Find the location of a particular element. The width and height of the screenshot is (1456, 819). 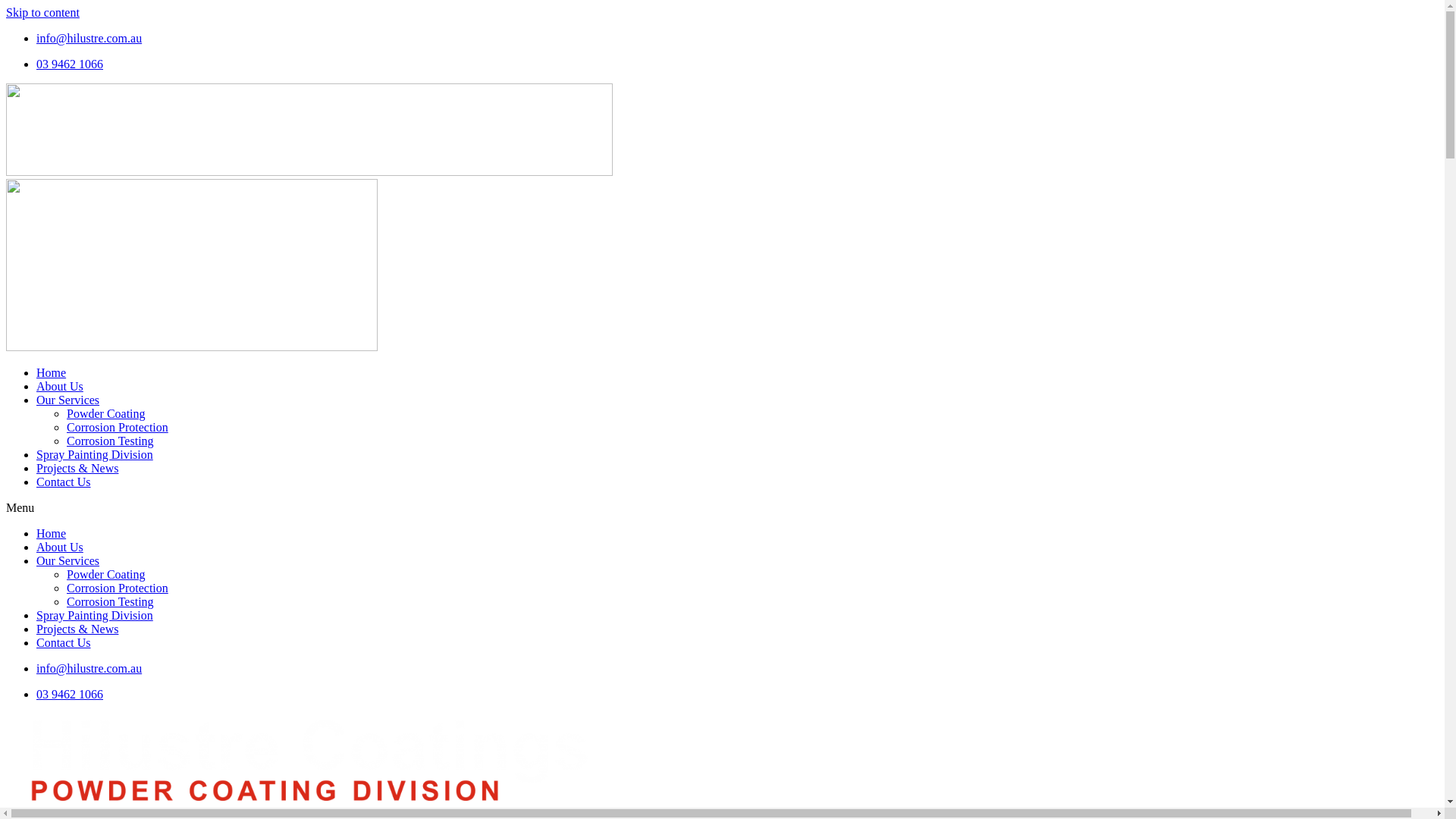

'Powder Coating' is located at coordinates (105, 574).